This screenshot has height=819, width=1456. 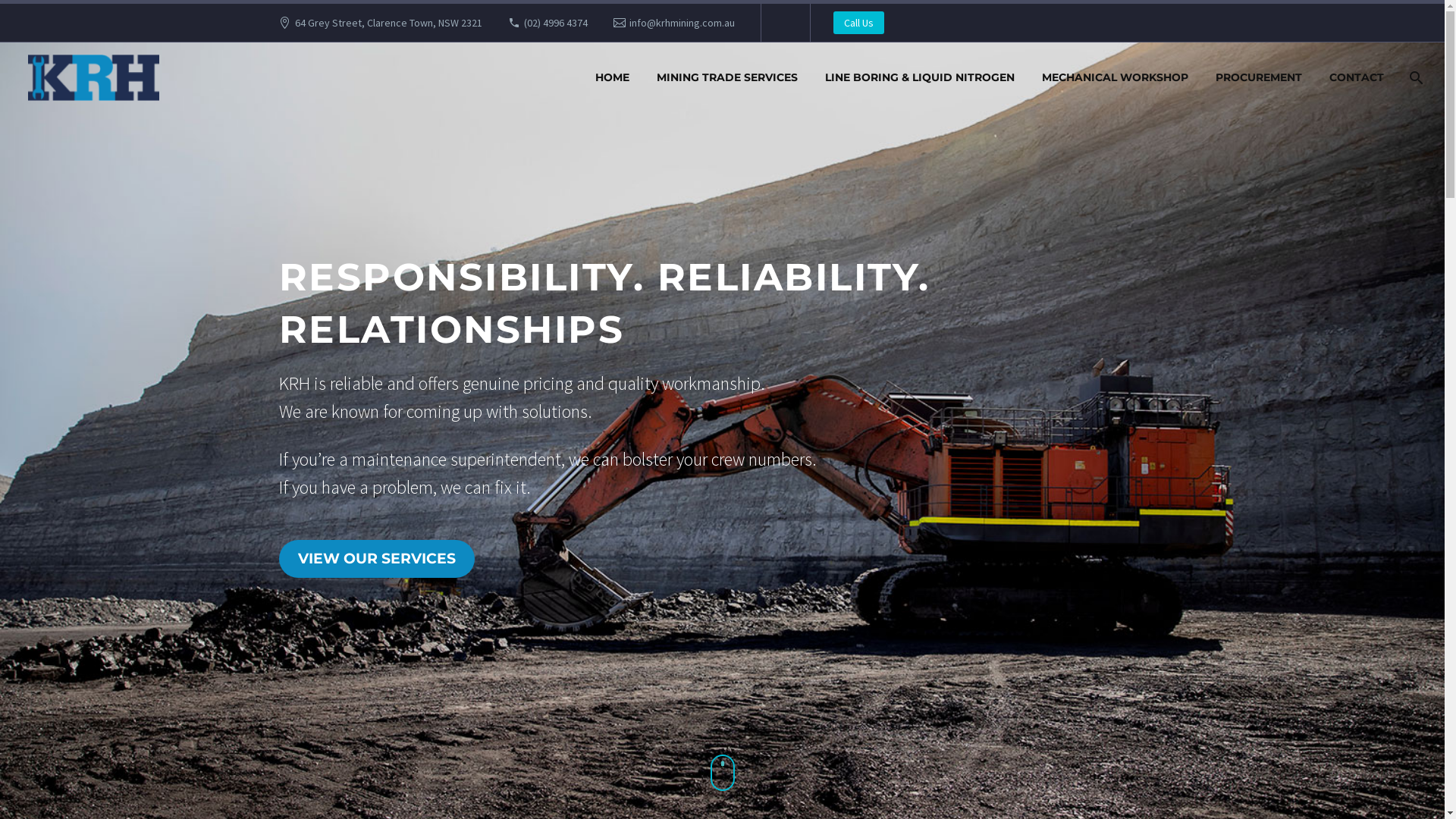 I want to click on 'HOME', so click(x=582, y=77).